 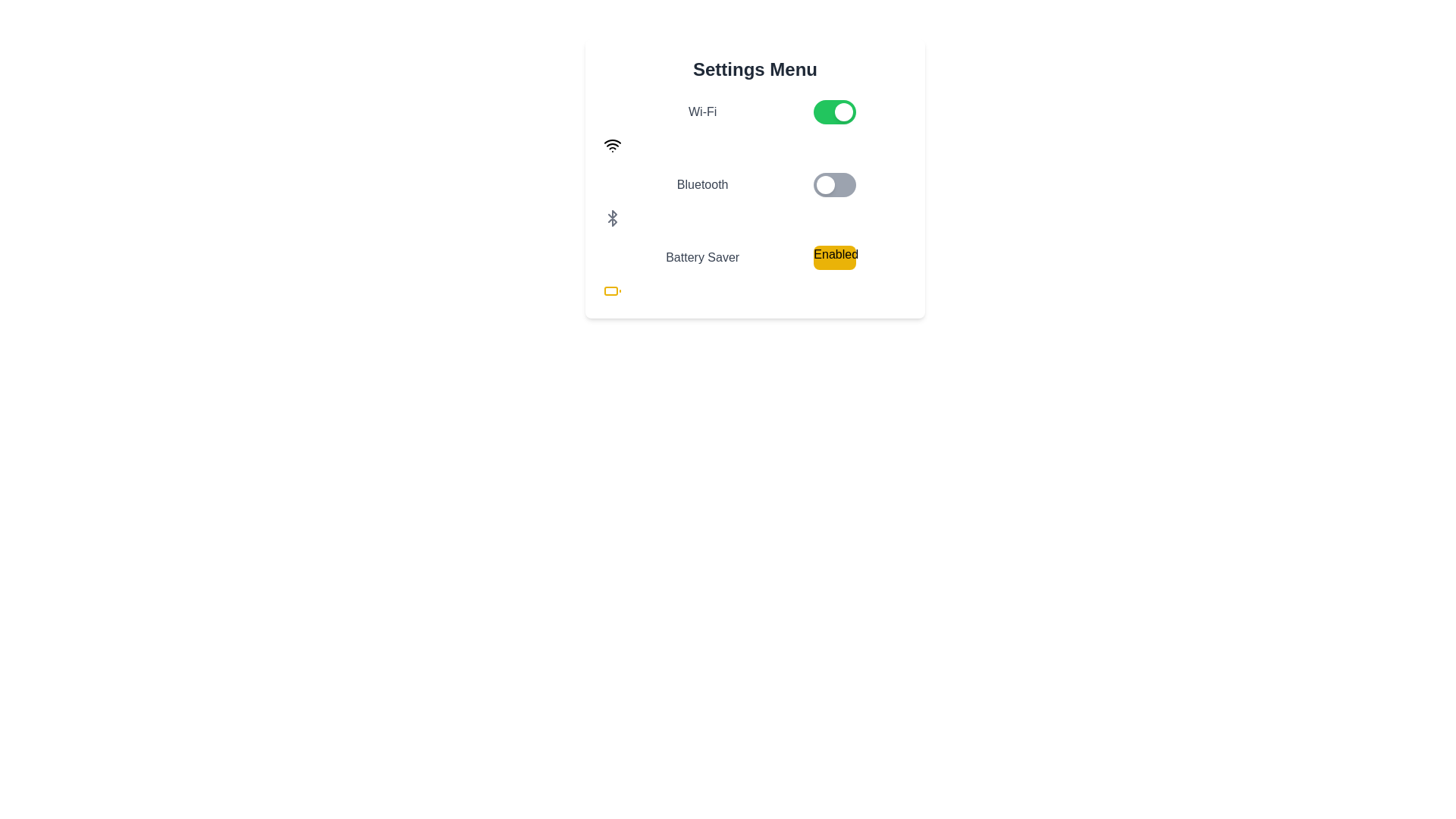 What do you see at coordinates (834, 111) in the screenshot?
I see `the toggle switch for the 'Wi-Fi' setting located in the 'Settings Menu' section, positioned to the right of the 'Wi-Fi' label` at bounding box center [834, 111].